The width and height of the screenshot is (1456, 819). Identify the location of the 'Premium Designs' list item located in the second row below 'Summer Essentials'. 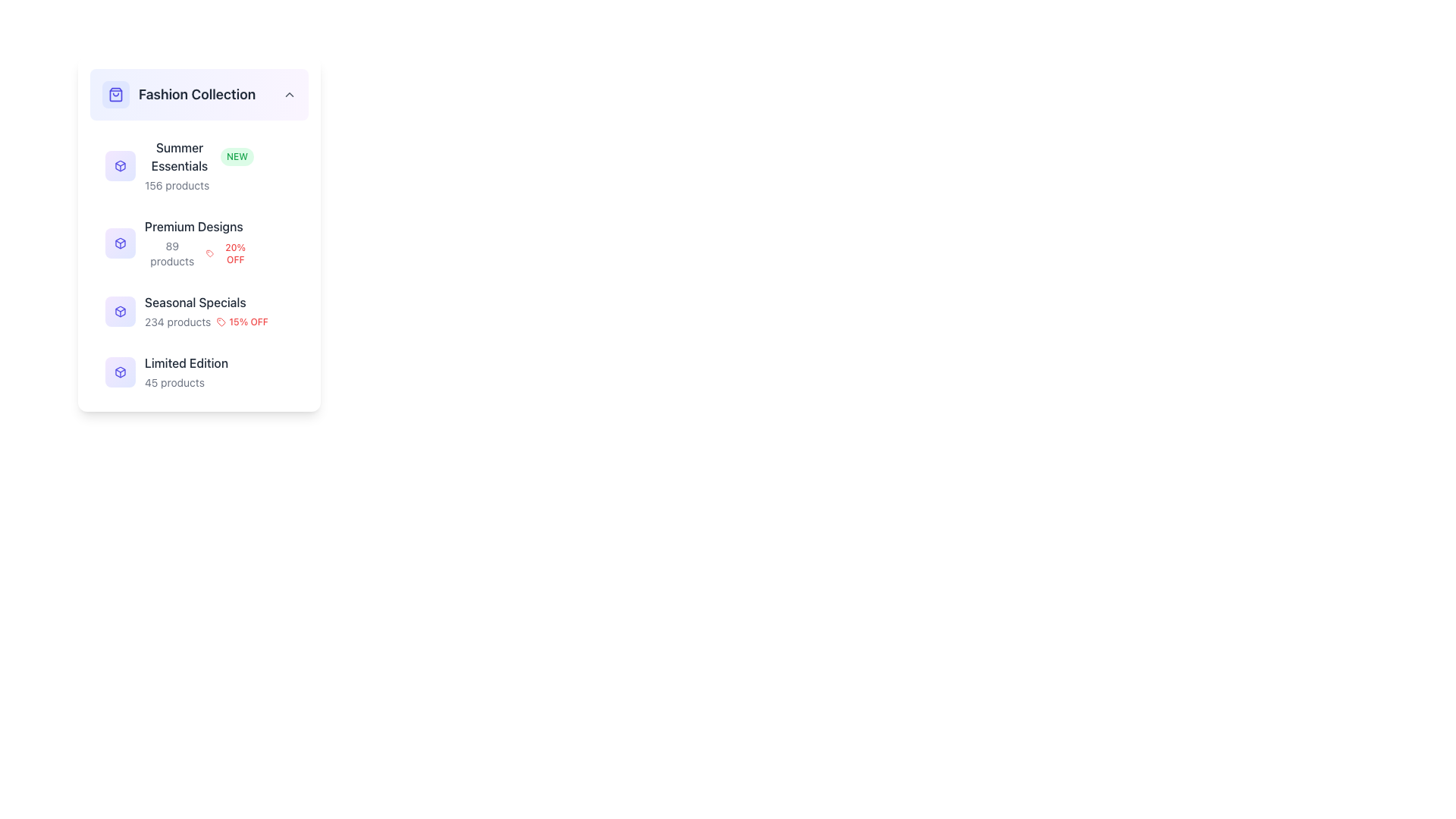
(179, 242).